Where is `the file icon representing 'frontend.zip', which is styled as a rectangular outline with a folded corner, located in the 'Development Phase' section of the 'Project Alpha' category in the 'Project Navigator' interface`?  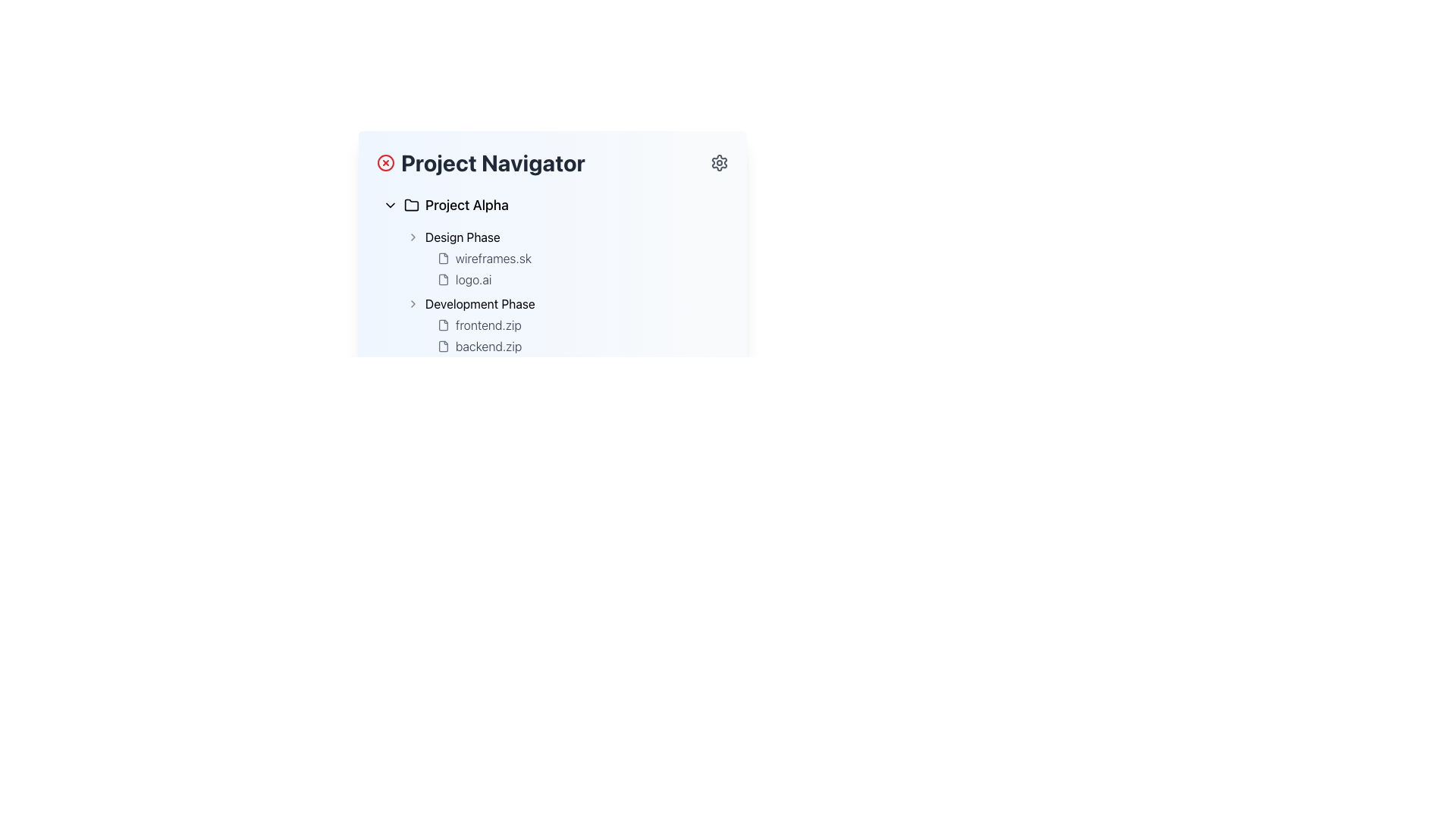
the file icon representing 'frontend.zip', which is styled as a rectangular outline with a folded corner, located in the 'Development Phase' section of the 'Project Alpha' category in the 'Project Navigator' interface is located at coordinates (443, 324).